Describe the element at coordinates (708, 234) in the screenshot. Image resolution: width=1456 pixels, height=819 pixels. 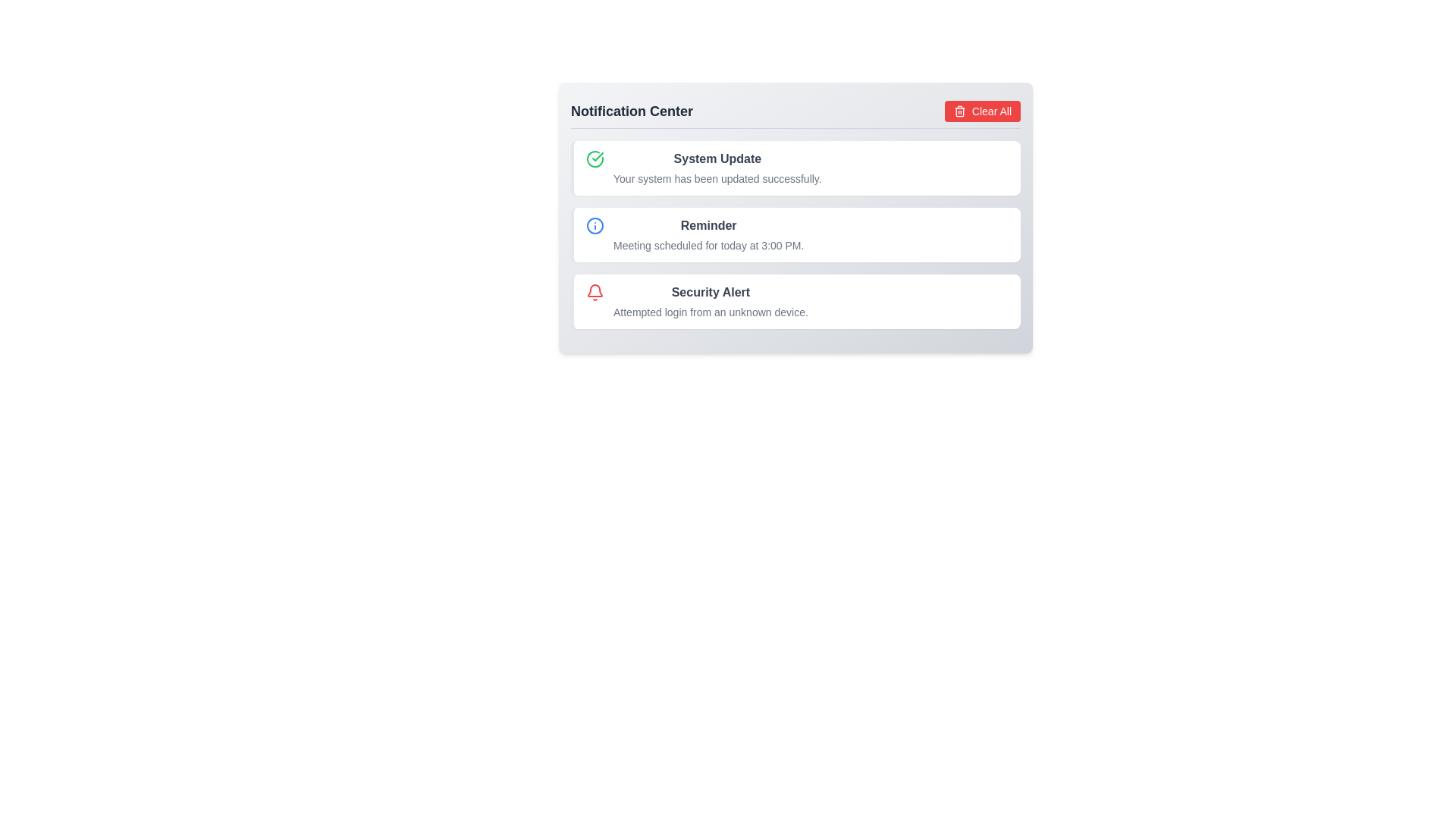
I see `text of the notification element that displays a reminder about a scheduled meeting, positioned as the second notification in the 'Notification Center'` at that location.